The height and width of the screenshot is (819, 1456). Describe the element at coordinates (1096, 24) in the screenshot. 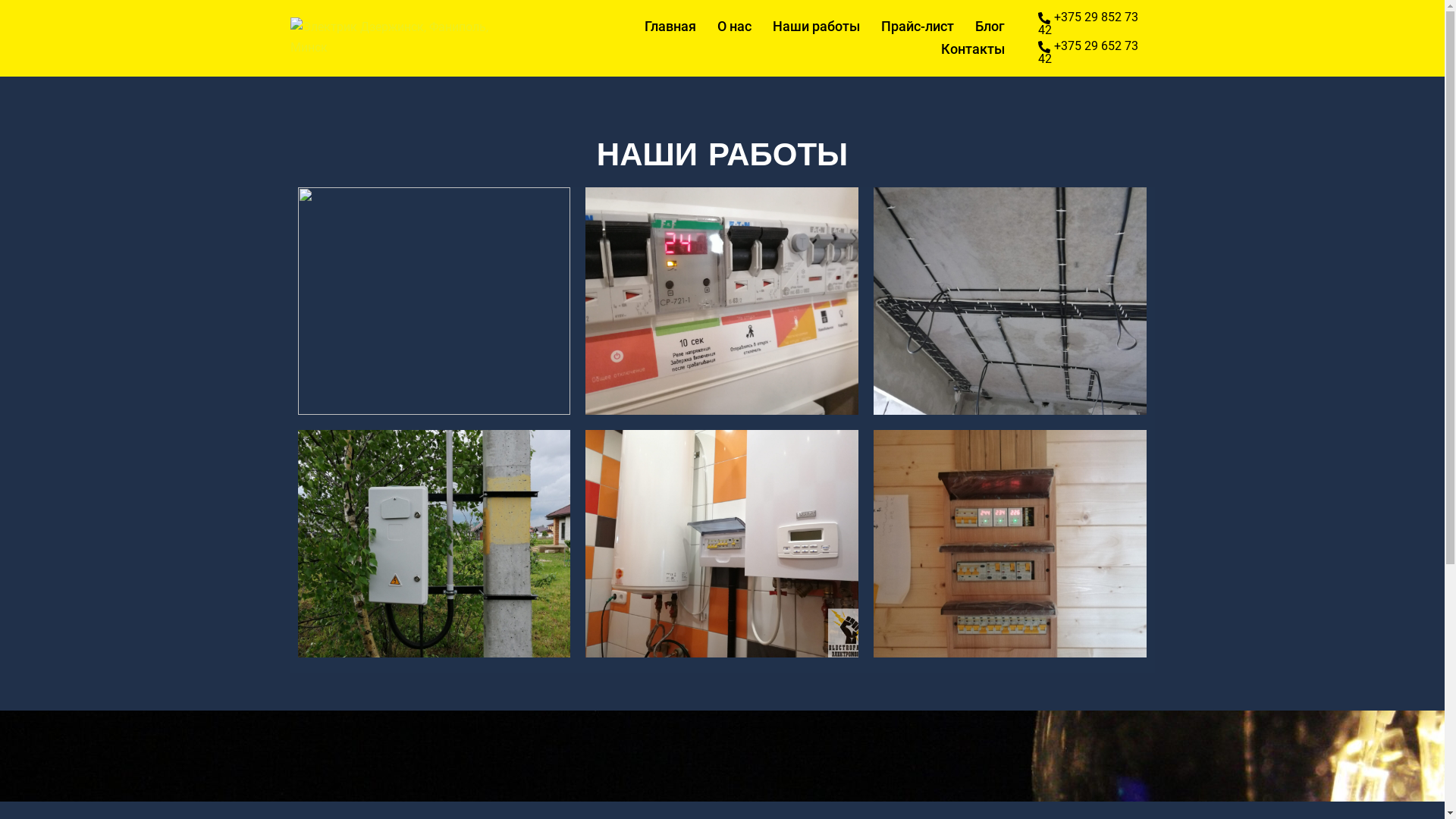

I see `'+375 29 852 73 42'` at that location.